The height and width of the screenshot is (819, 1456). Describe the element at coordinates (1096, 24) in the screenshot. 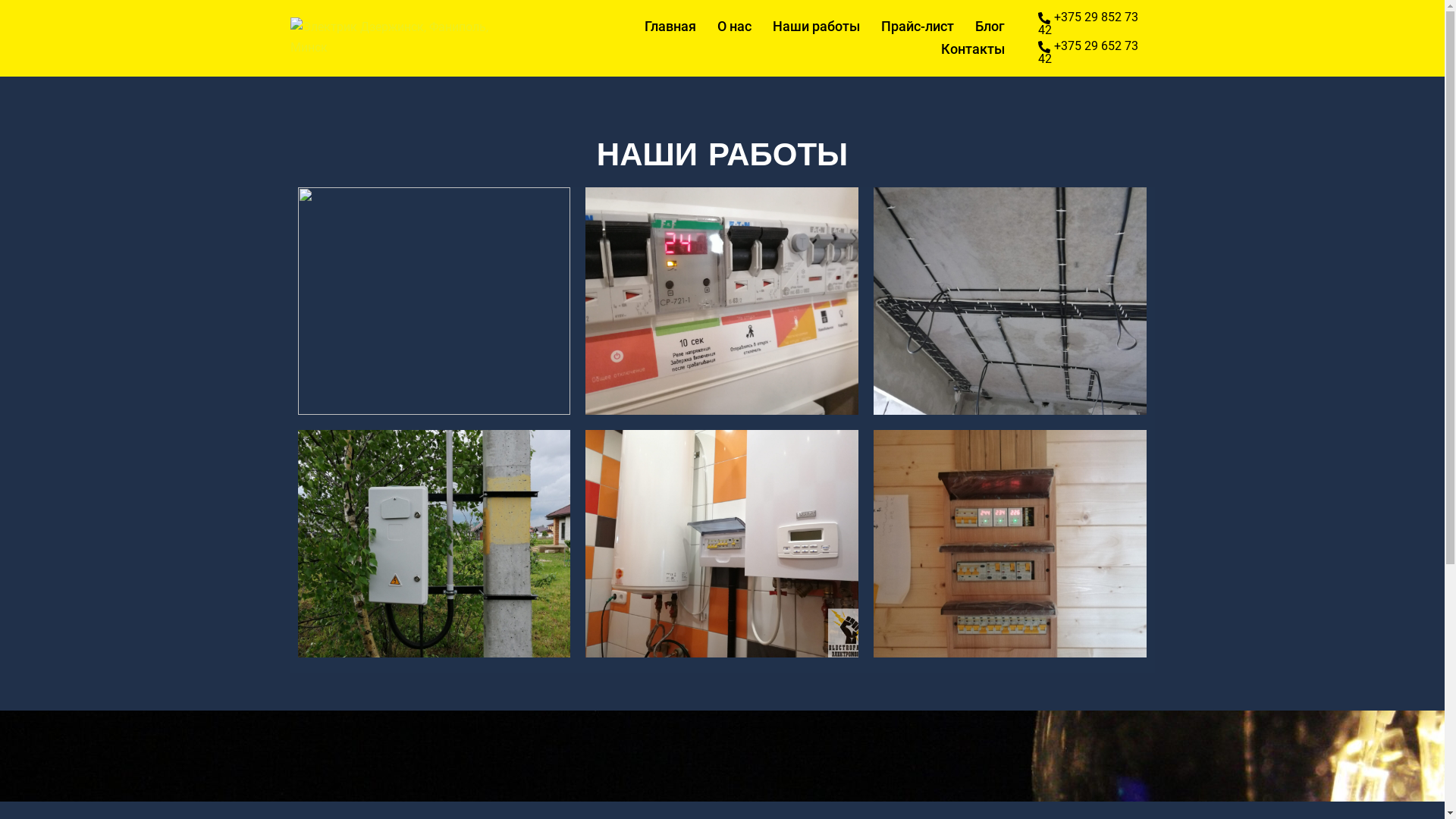

I see `'+375 29 852 73 42'` at that location.